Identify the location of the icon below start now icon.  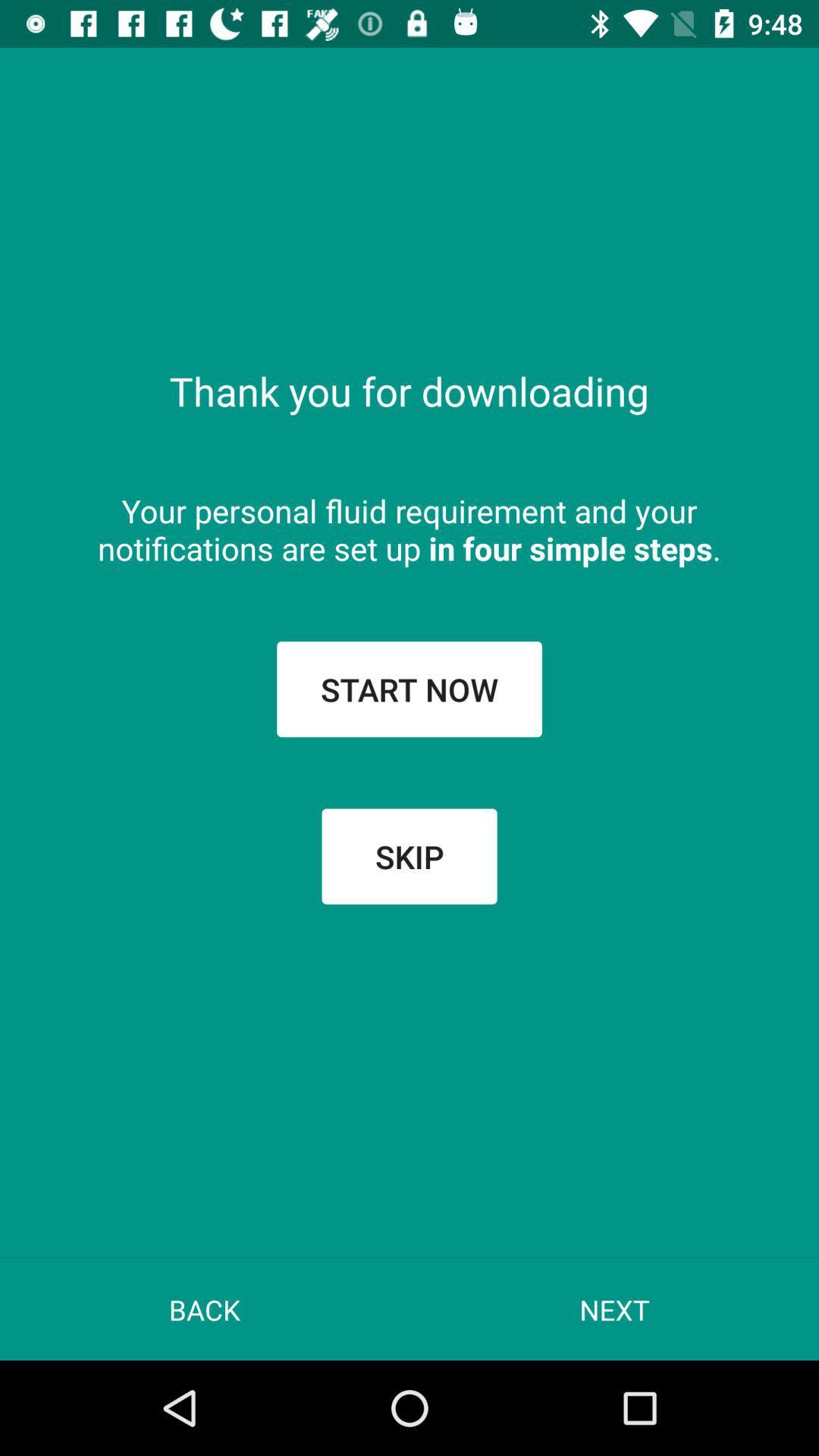
(409, 856).